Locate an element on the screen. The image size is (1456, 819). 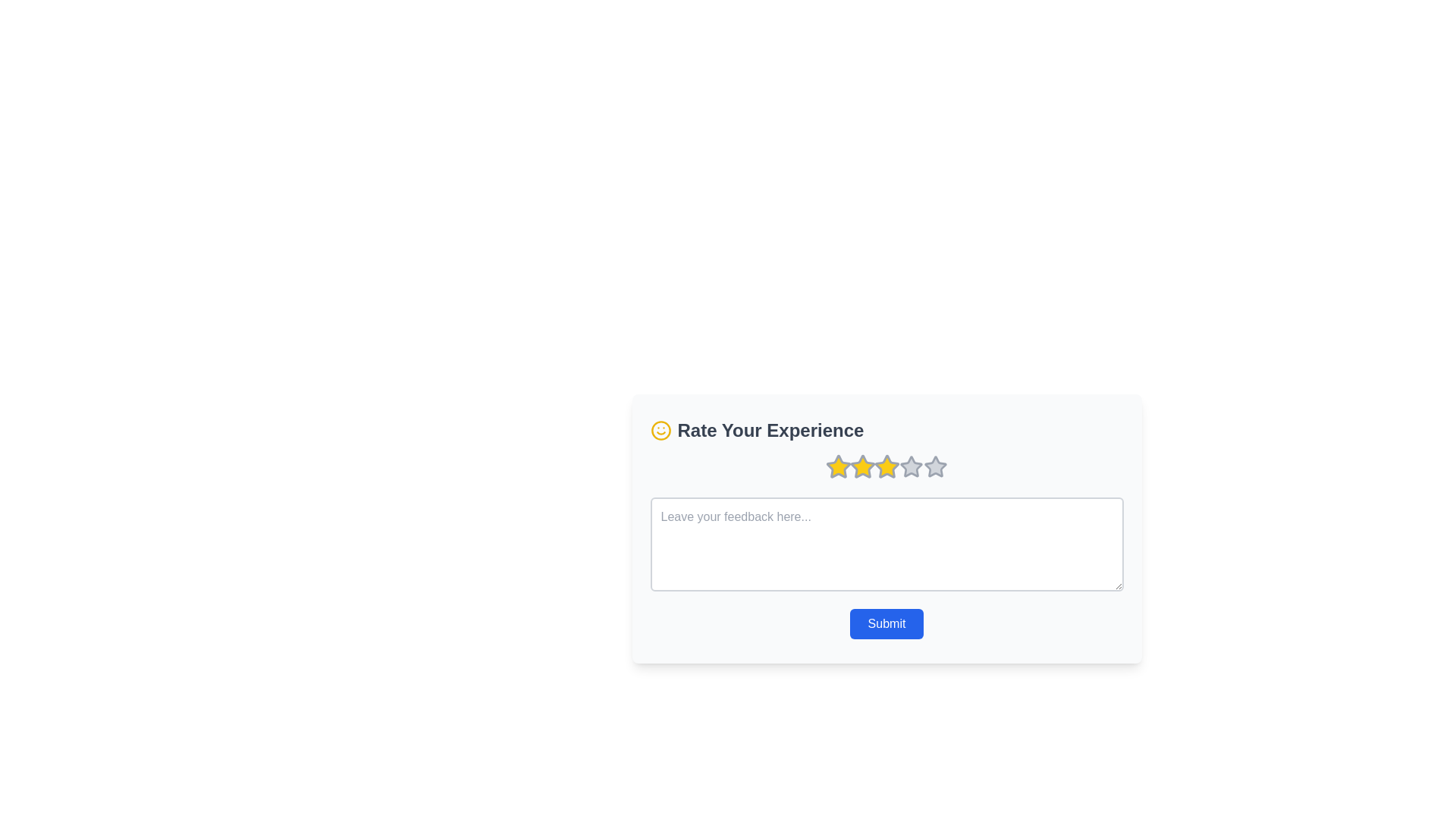
the third yellow star-shaped rating icon with a gray border is located at coordinates (886, 465).